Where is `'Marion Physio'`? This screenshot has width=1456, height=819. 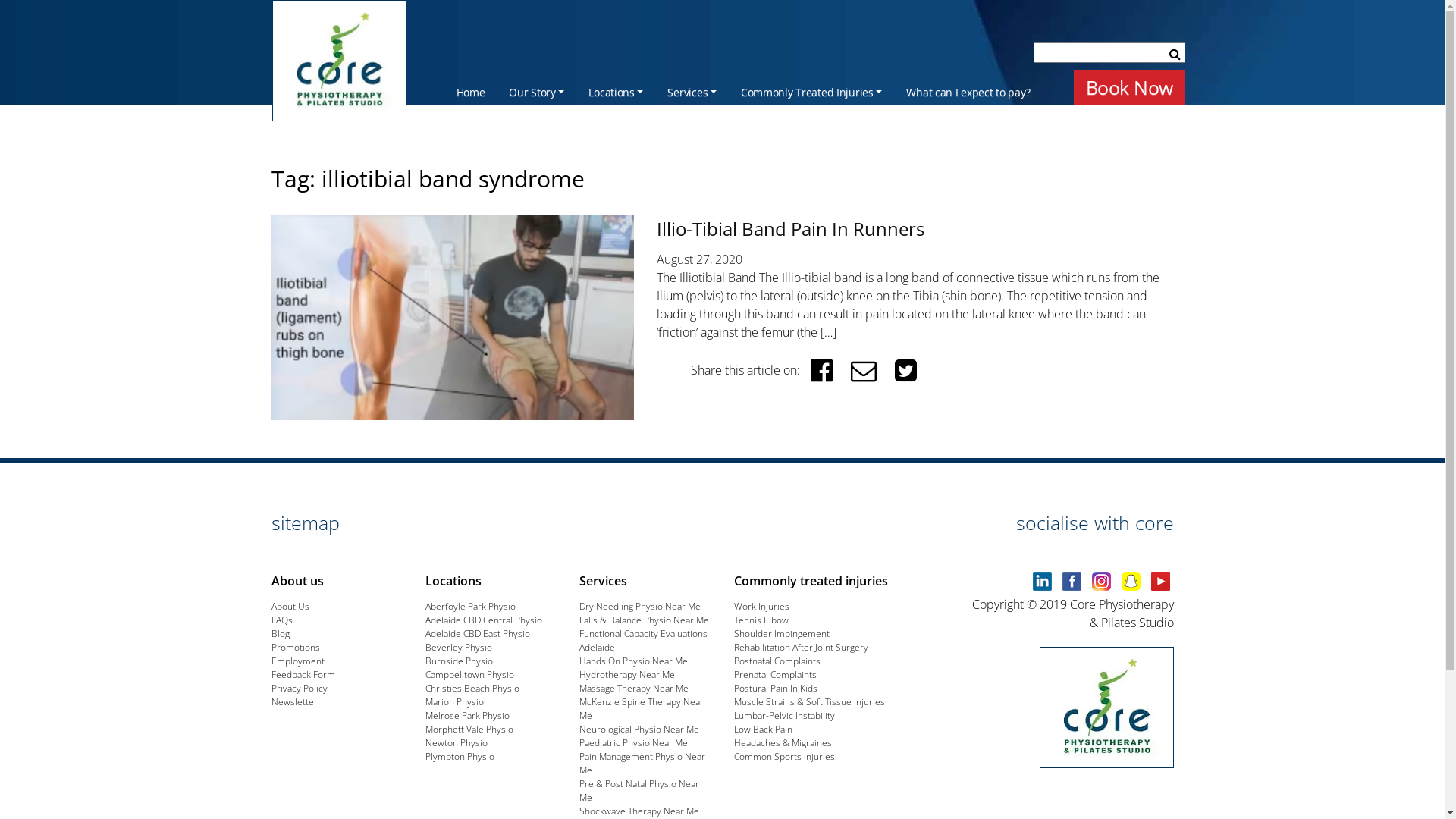 'Marion Physio' is located at coordinates (453, 701).